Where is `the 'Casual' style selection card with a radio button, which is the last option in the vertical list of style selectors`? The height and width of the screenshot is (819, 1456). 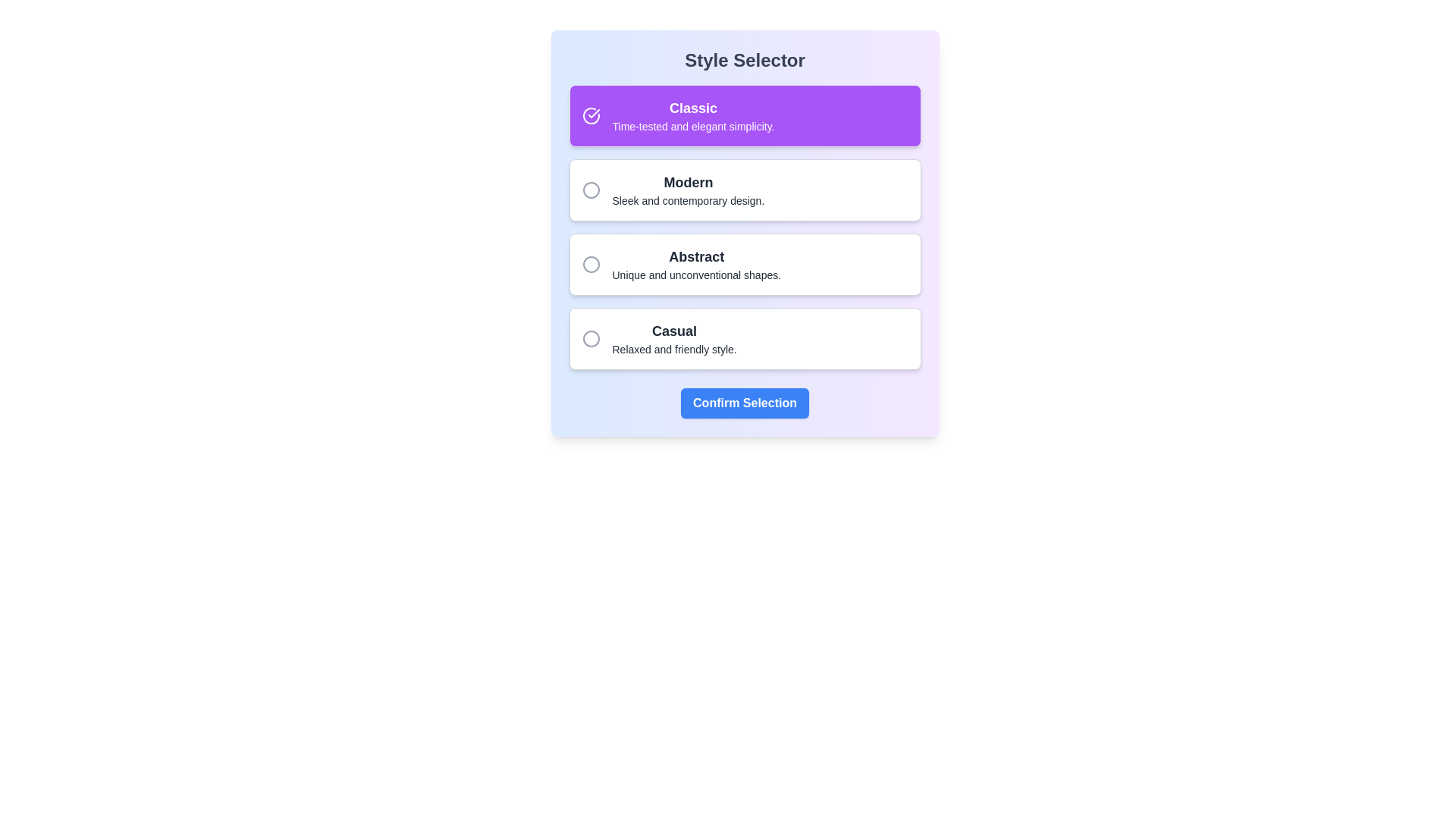 the 'Casual' style selection card with a radio button, which is the last option in the vertical list of style selectors is located at coordinates (745, 338).